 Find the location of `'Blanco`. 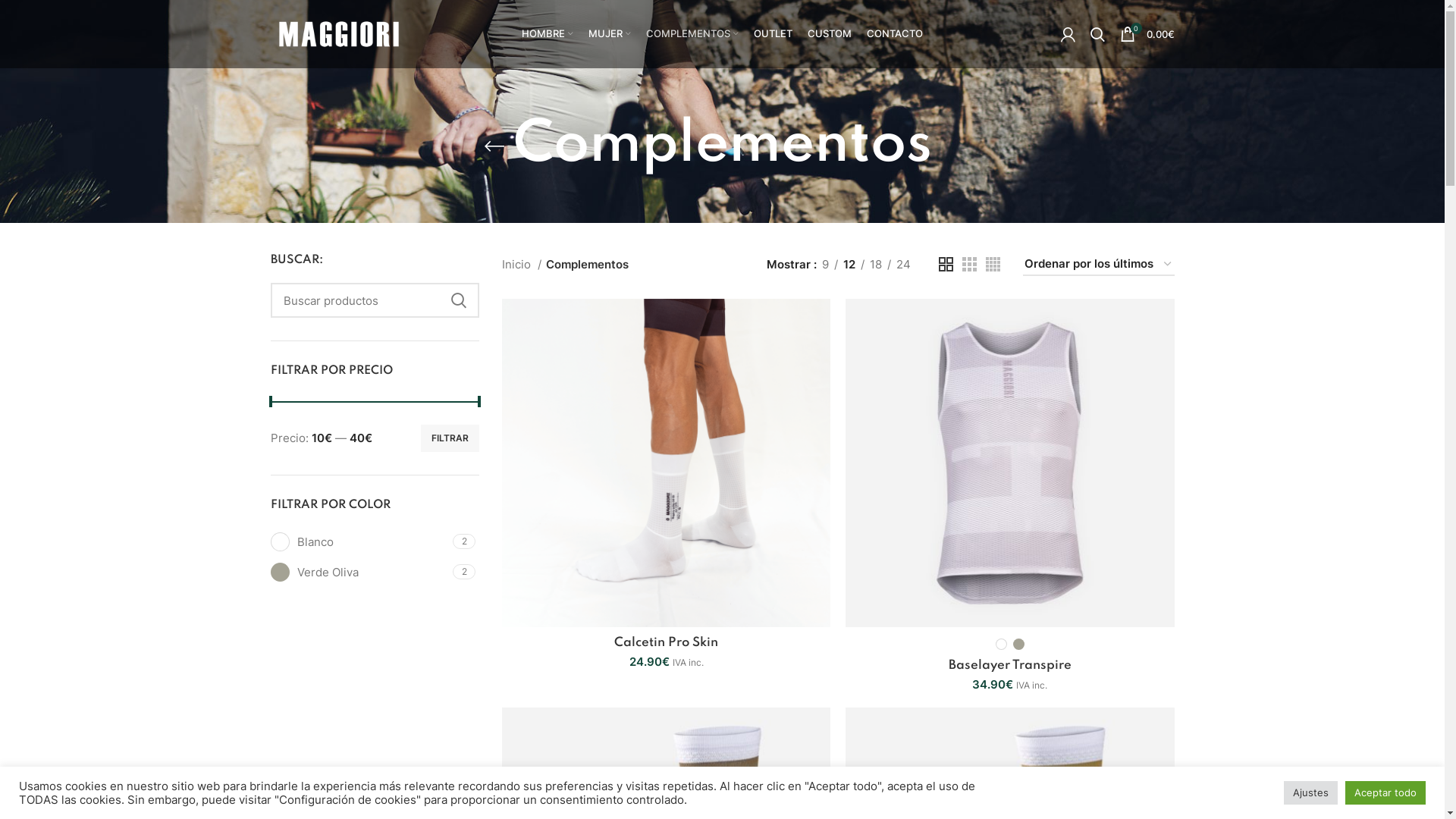

'Blanco is located at coordinates (359, 541).